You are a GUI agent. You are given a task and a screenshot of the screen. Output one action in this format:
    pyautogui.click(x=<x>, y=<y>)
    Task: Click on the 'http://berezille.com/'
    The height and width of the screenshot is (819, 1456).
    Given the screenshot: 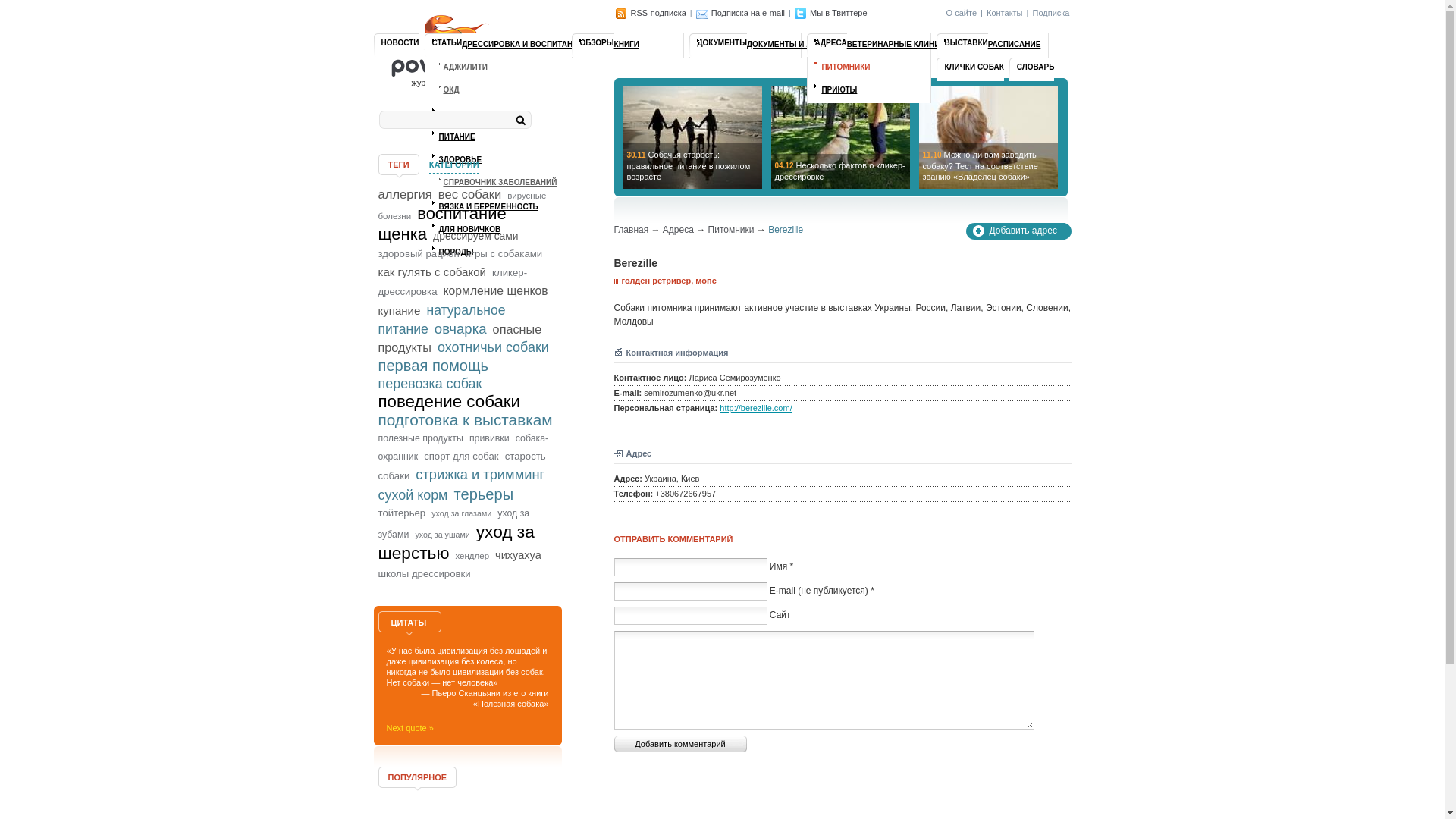 What is the action you would take?
    pyautogui.click(x=755, y=406)
    